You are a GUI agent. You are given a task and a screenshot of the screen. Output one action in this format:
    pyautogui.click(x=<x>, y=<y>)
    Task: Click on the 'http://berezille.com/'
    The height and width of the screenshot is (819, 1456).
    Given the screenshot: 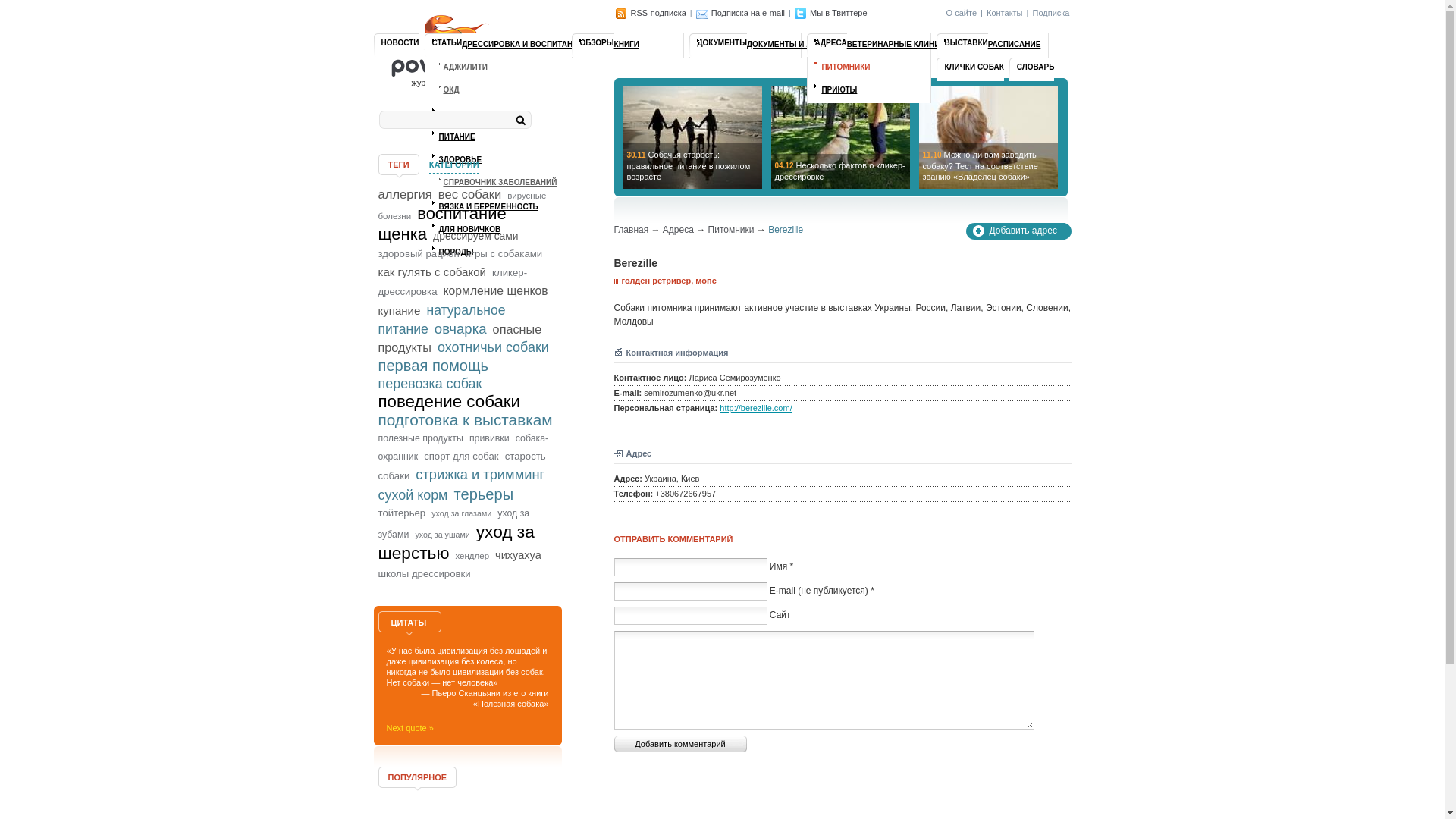 What is the action you would take?
    pyautogui.click(x=755, y=406)
    